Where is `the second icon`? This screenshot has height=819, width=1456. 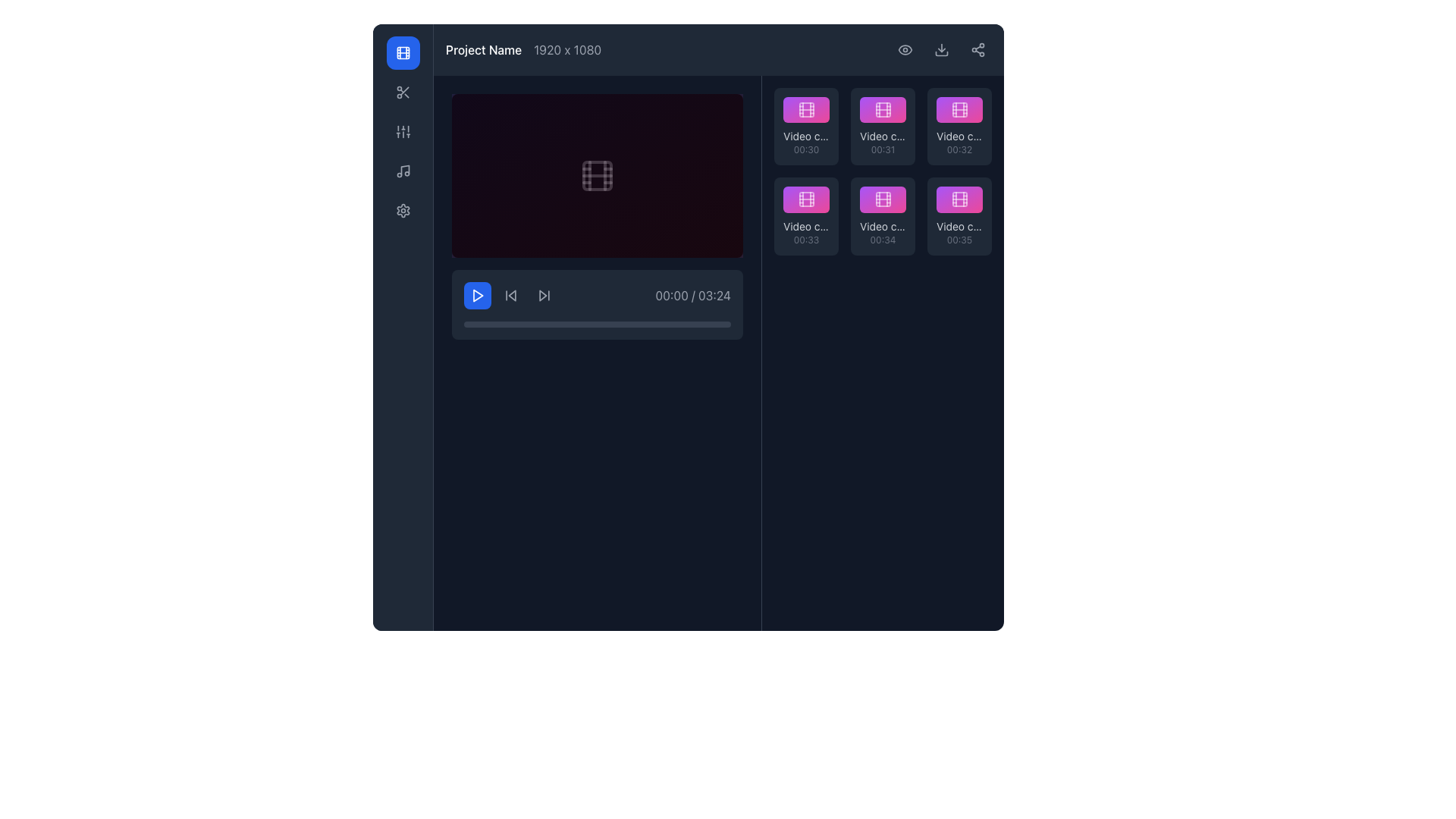
the second icon is located at coordinates (403, 171).